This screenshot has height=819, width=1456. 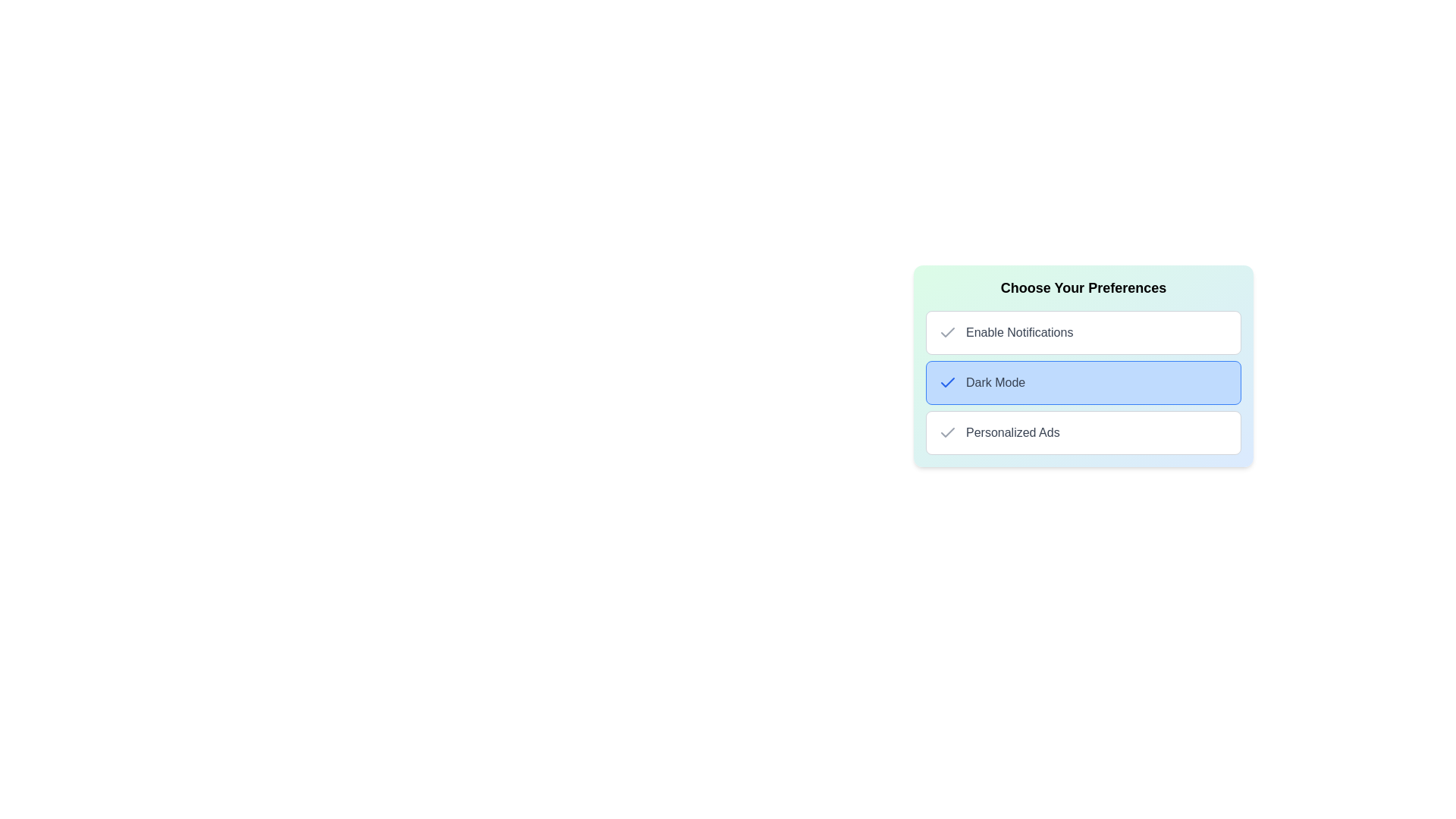 I want to click on the Text label describing an option related to personalized advertisements, located in the bottom row of the preferences list under 'Choose Your Preferences.', so click(x=1012, y=432).